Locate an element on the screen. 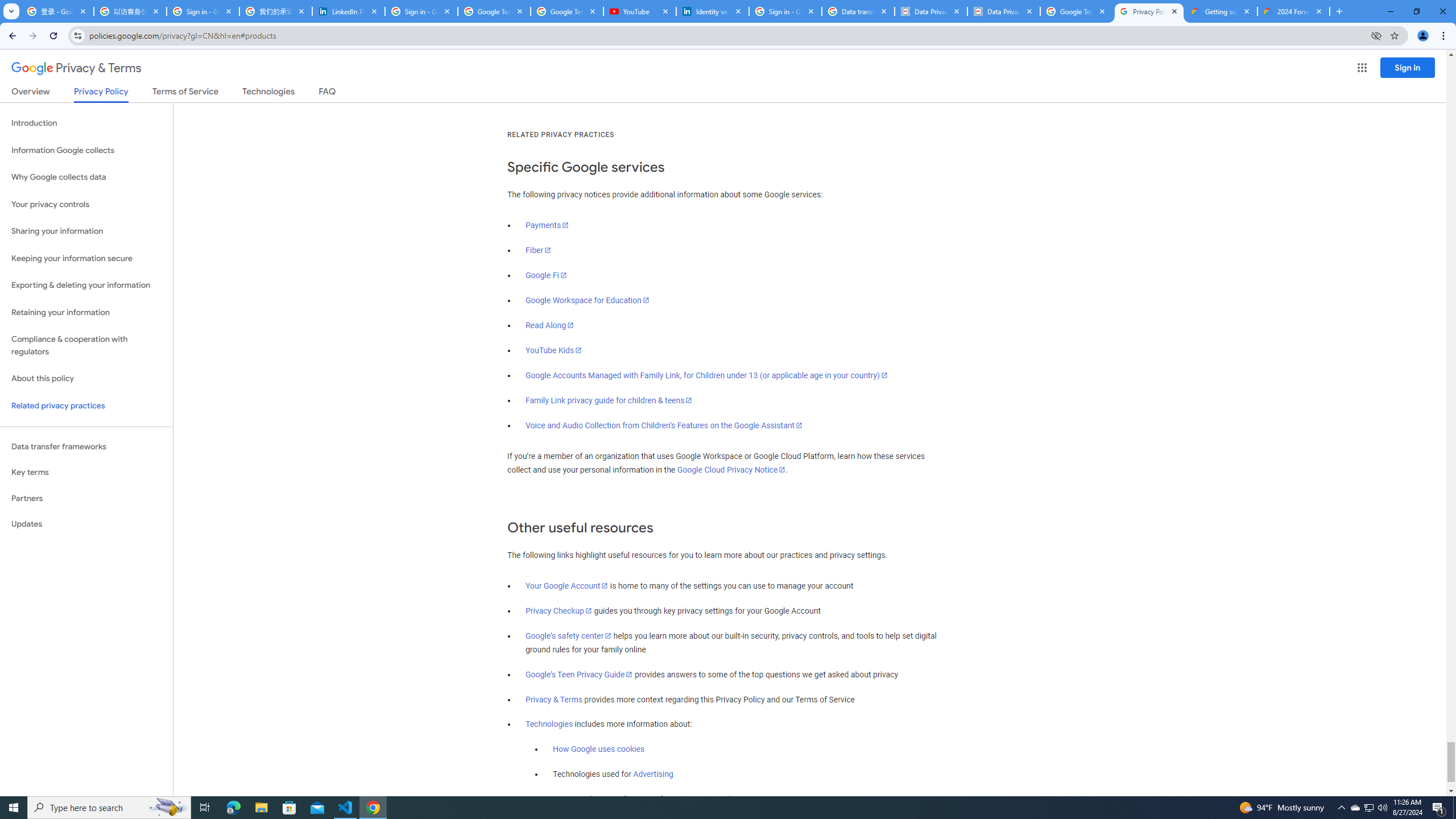 This screenshot has height=819, width=1456. 'Partners' is located at coordinates (86, 498).